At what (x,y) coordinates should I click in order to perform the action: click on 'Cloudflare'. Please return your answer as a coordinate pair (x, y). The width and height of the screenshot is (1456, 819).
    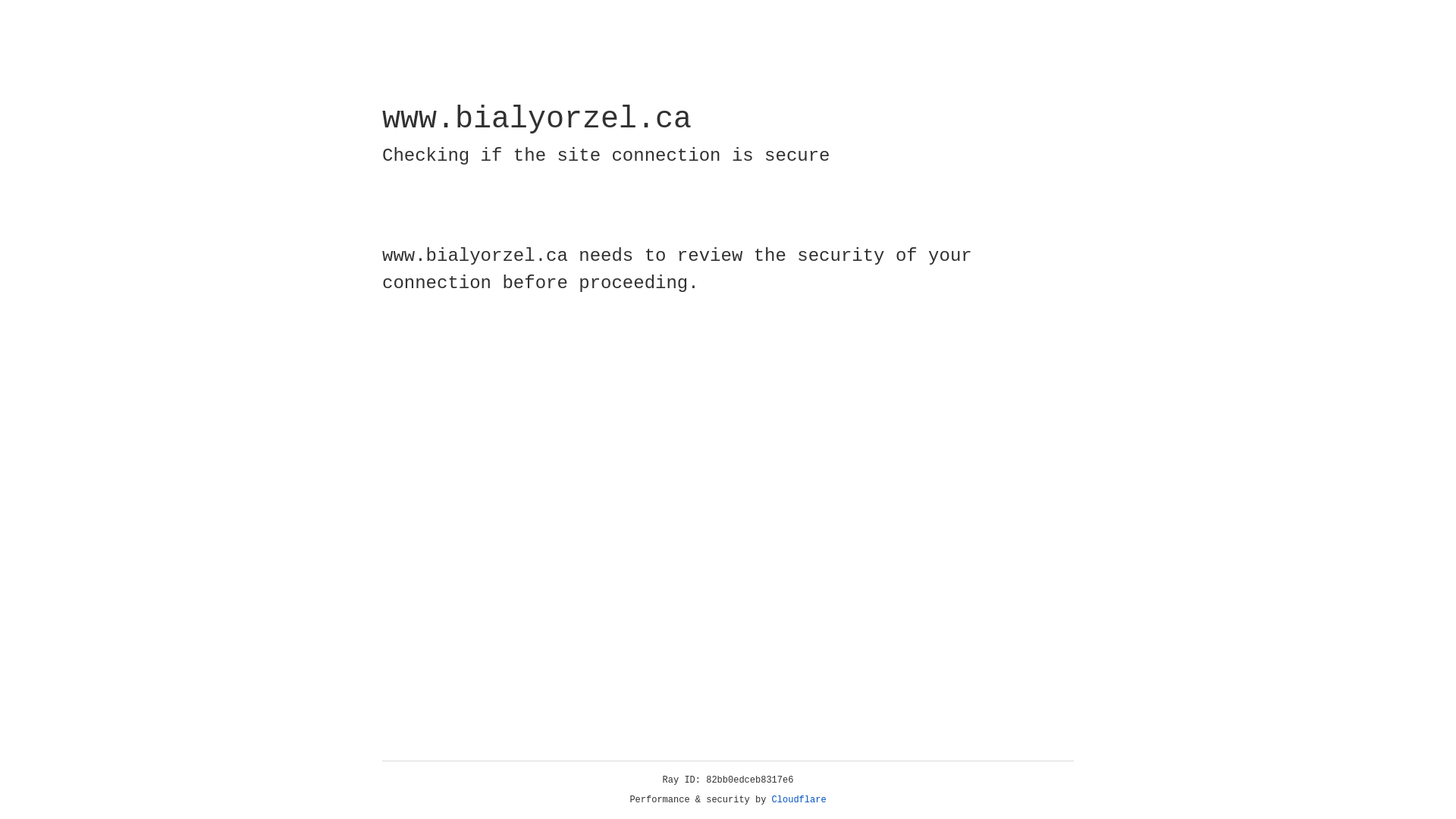
    Looking at the image, I should click on (771, 799).